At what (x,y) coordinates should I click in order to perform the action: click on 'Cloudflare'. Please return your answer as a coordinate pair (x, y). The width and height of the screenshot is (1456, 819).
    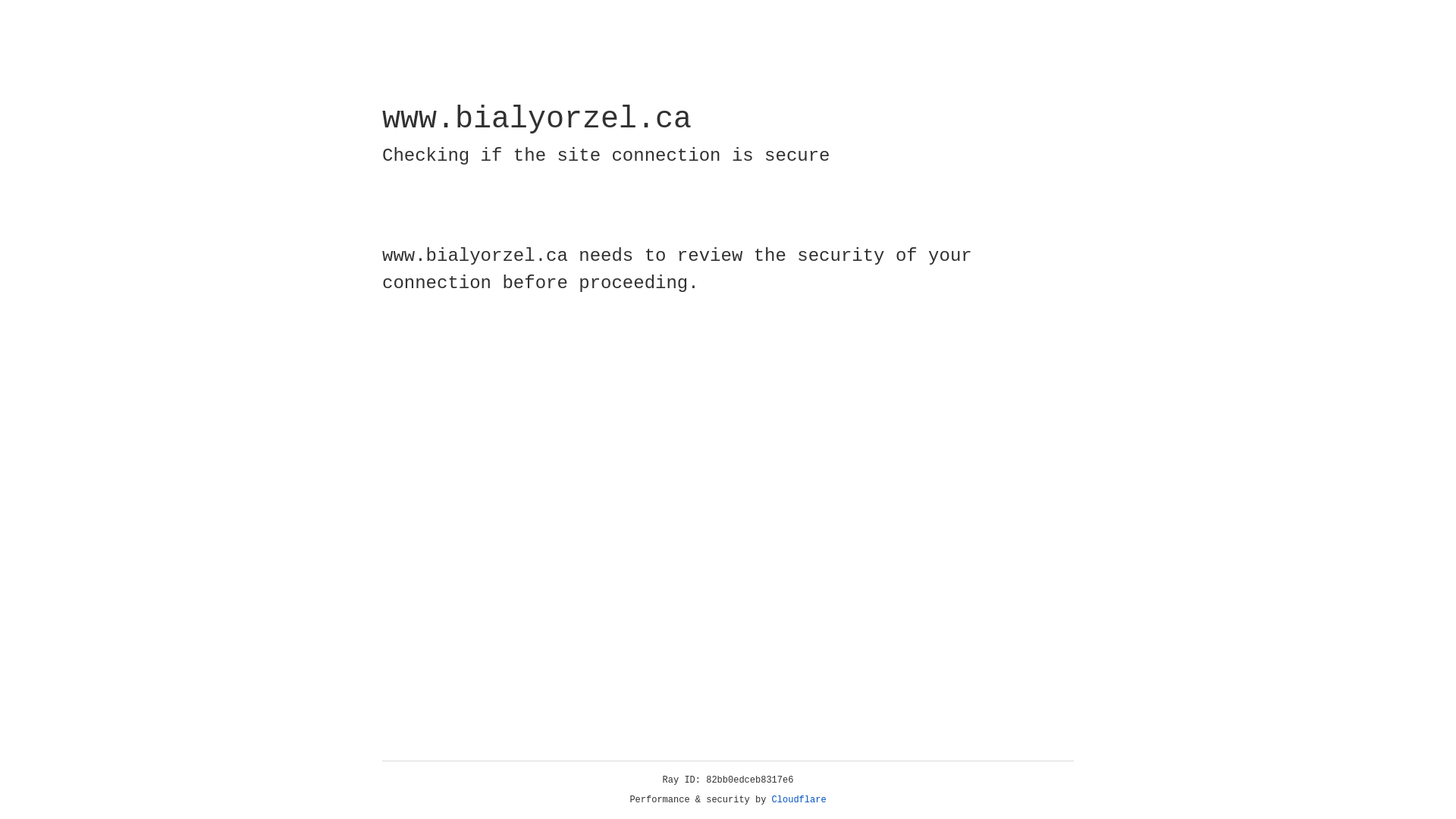
    Looking at the image, I should click on (771, 799).